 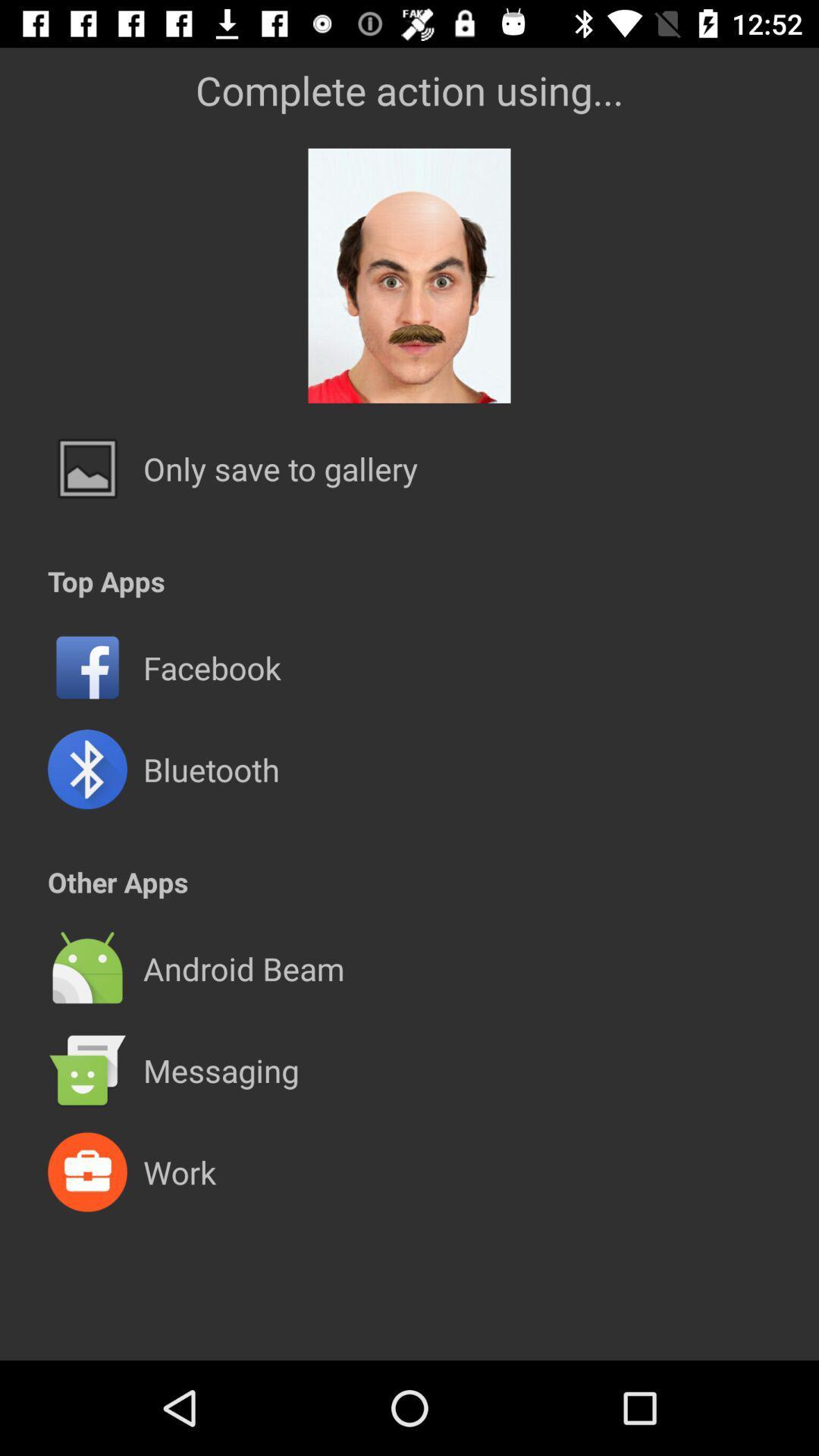 What do you see at coordinates (117, 882) in the screenshot?
I see `the other apps` at bounding box center [117, 882].